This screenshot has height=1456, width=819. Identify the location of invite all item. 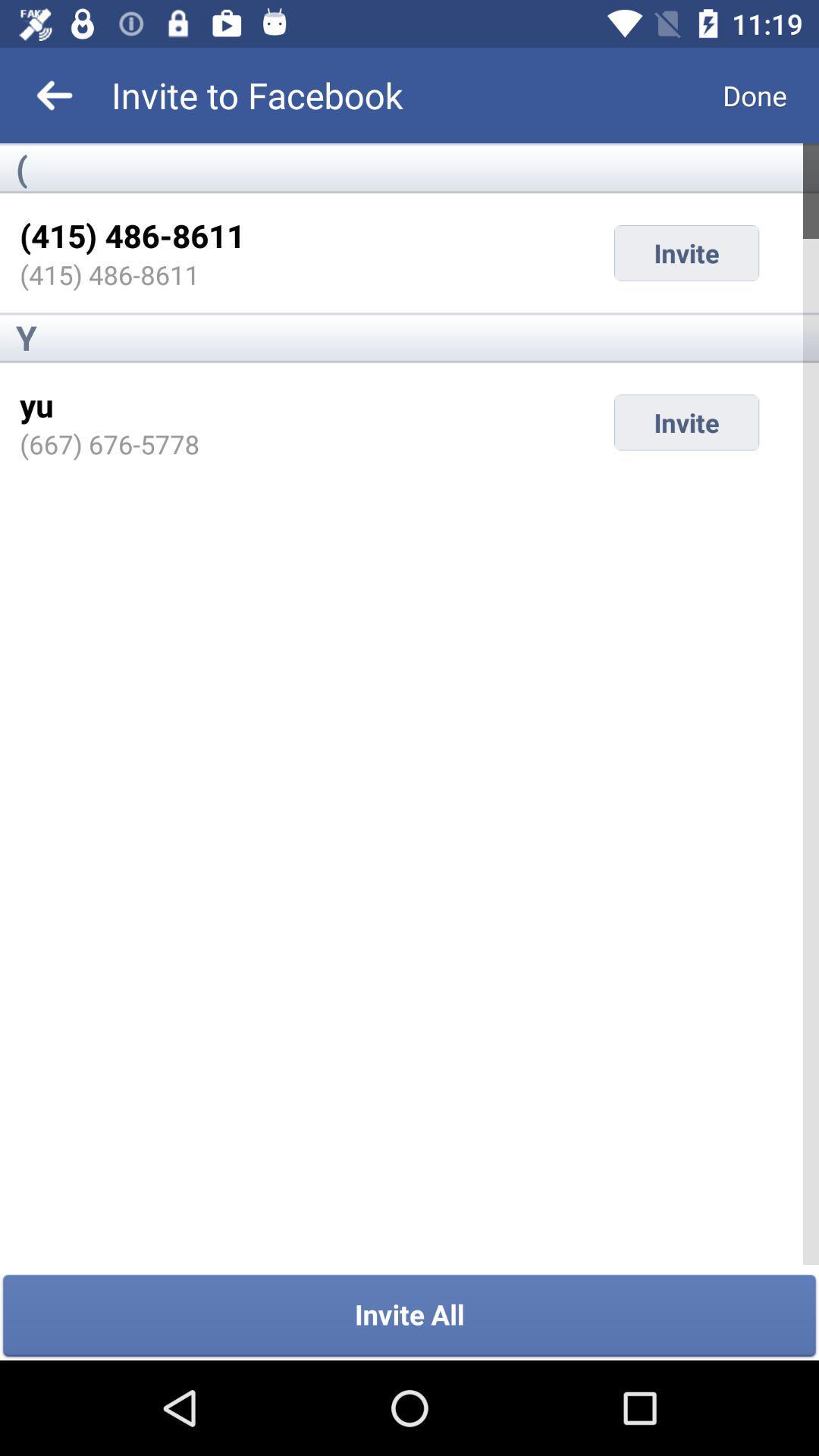
(409, 1316).